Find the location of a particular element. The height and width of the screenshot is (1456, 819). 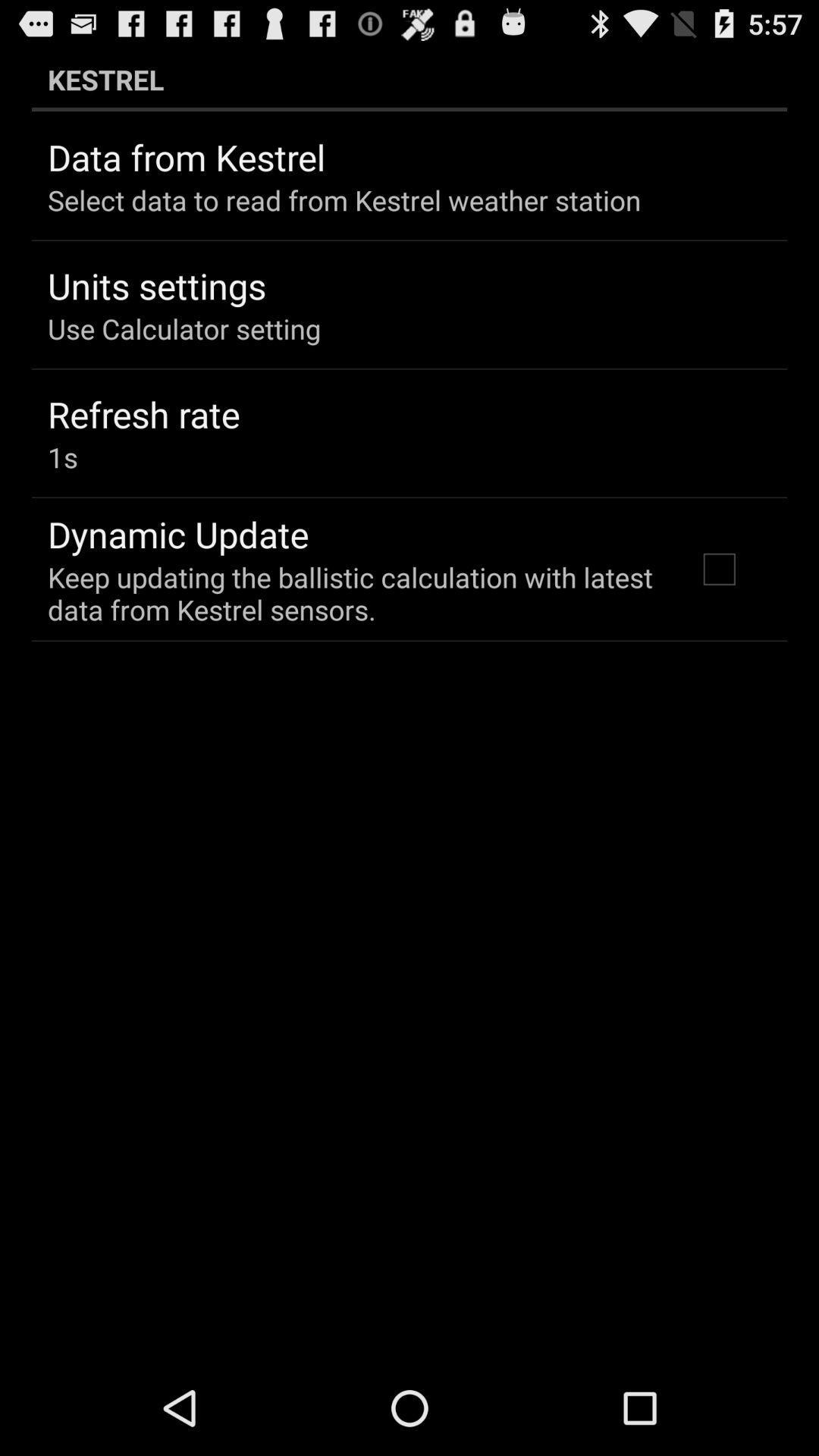

icon below the kestrel item is located at coordinates (718, 568).